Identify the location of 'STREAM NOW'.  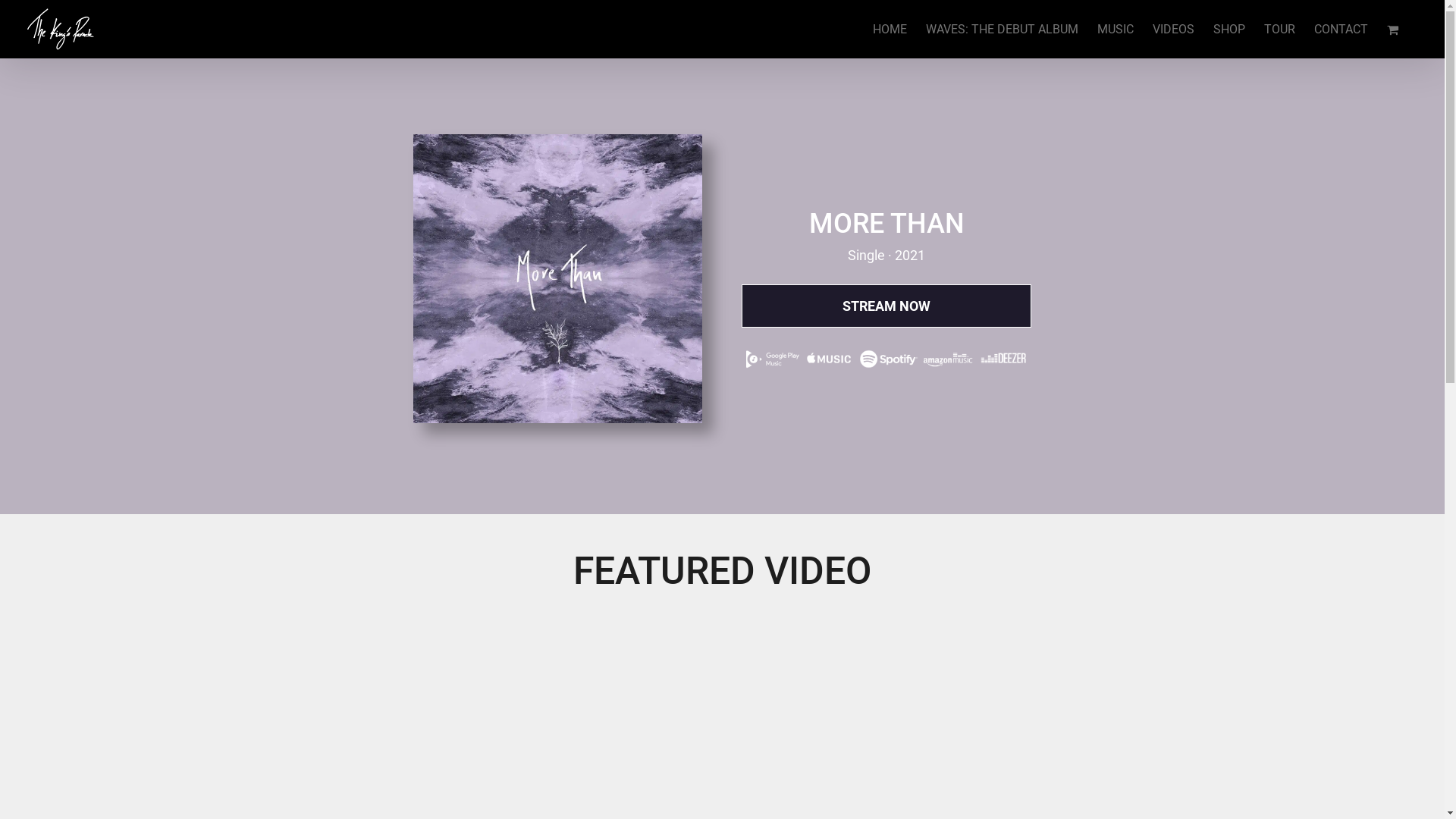
(886, 306).